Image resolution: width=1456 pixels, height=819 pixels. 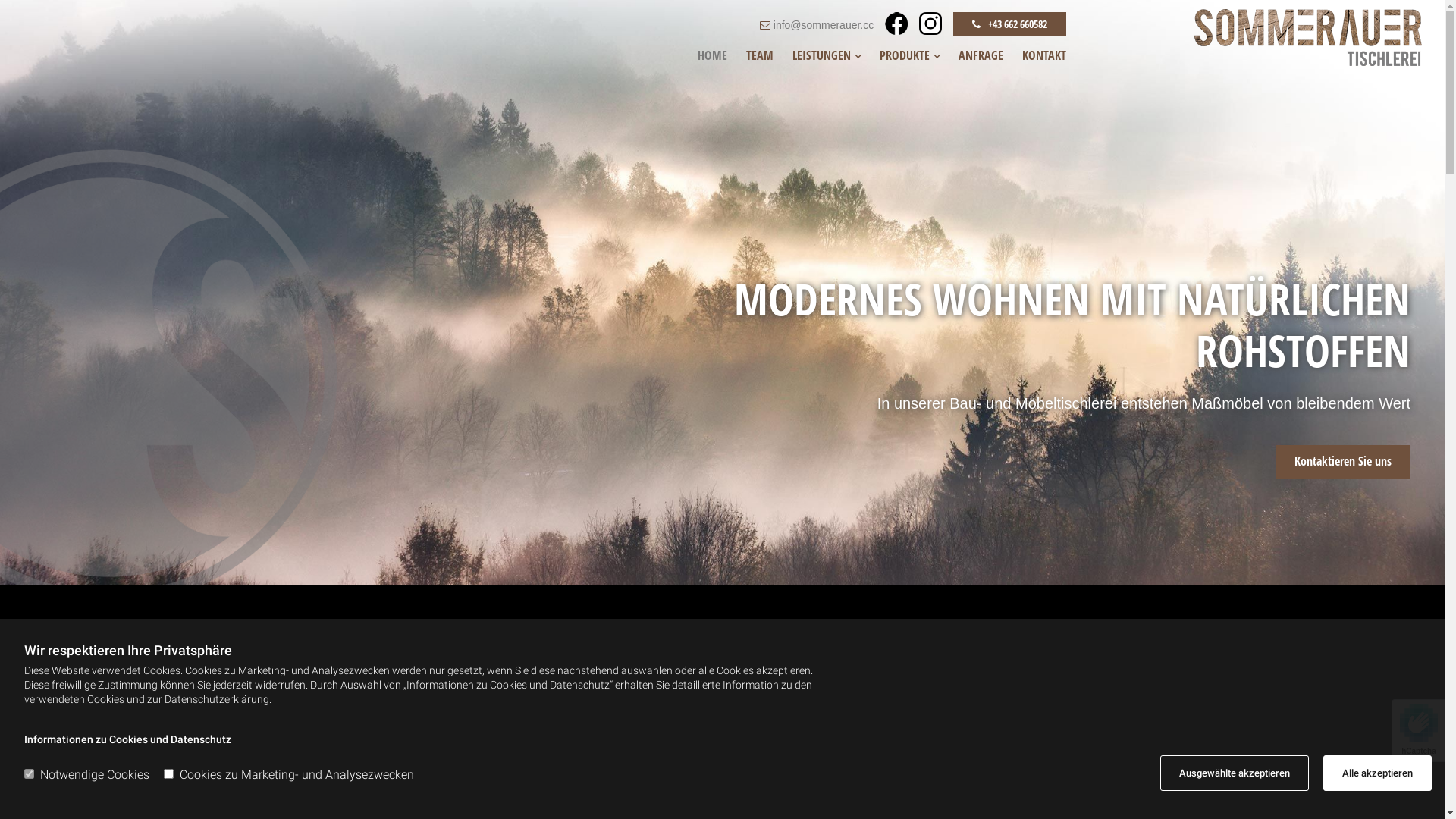 I want to click on 'HOME', so click(x=711, y=55).